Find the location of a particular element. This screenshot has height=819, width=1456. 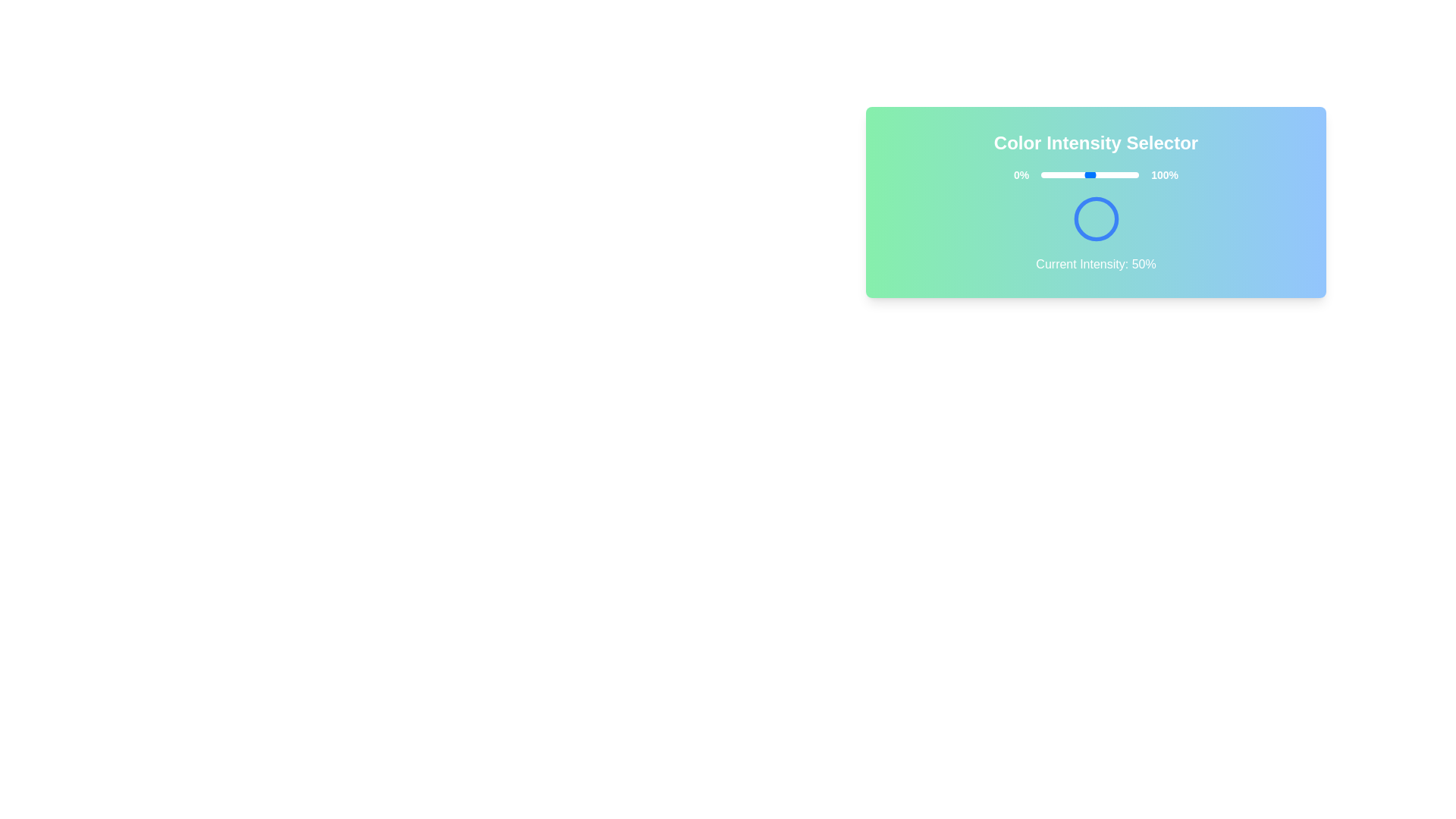

the slider to set the color intensity to 4% is located at coordinates (1044, 174).